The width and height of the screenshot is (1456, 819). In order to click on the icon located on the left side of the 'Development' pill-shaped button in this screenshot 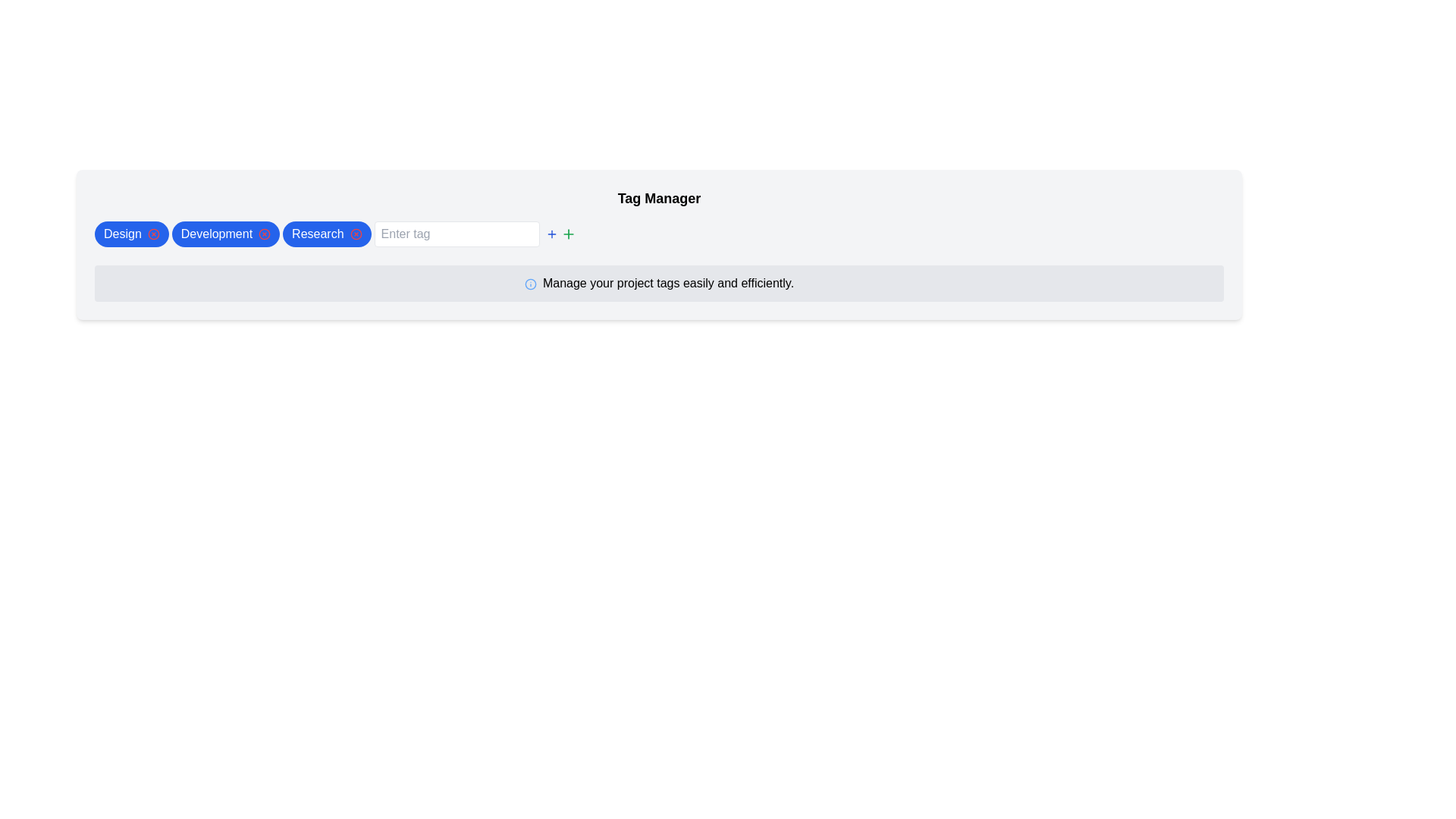, I will do `click(265, 234)`.